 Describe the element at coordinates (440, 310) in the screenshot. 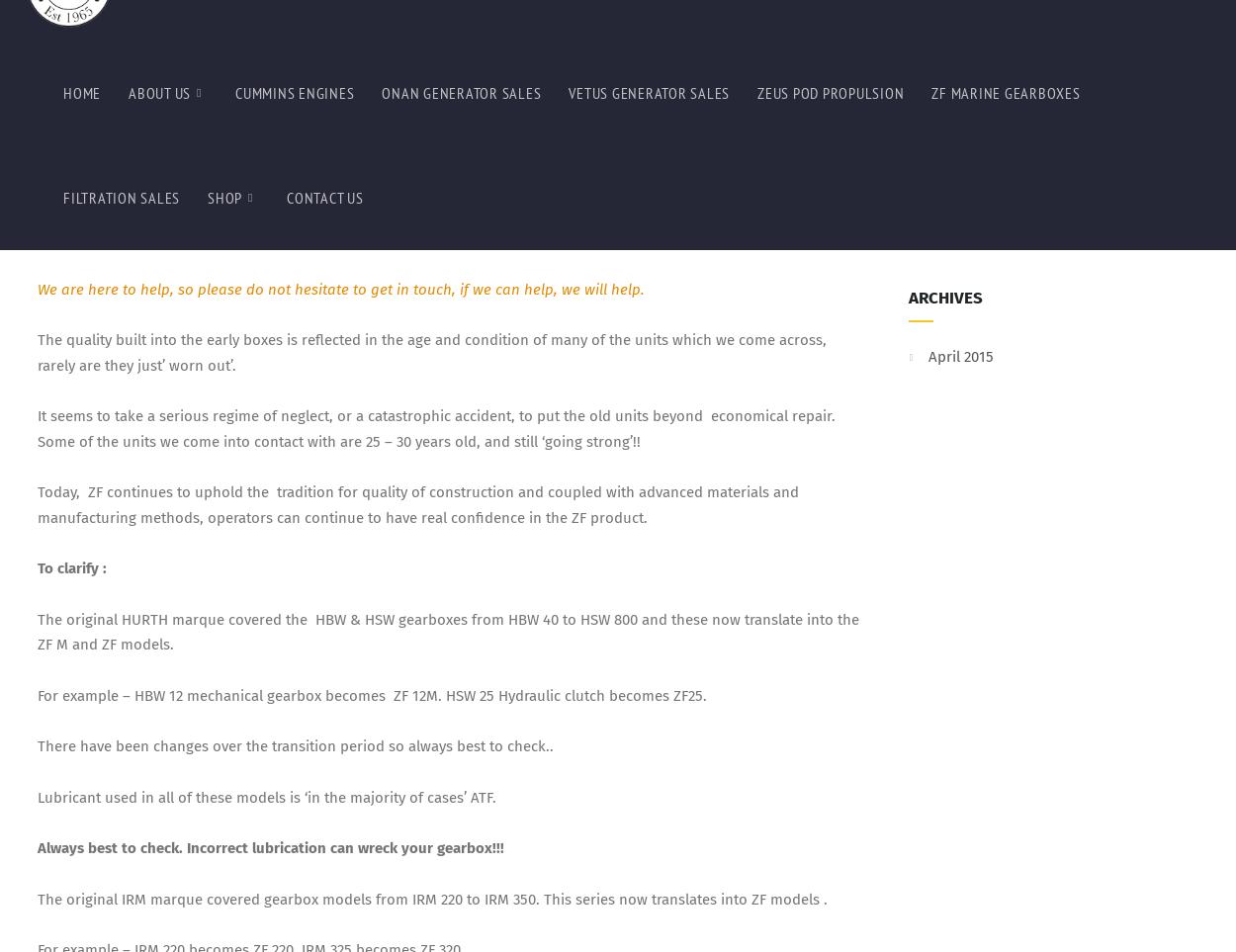

I see `'Lubricant used in these models ‘in the majority of cases’, SAE 30 or SAE 40 dependent on the area of the world where the gearbox is to go into service.'` at that location.